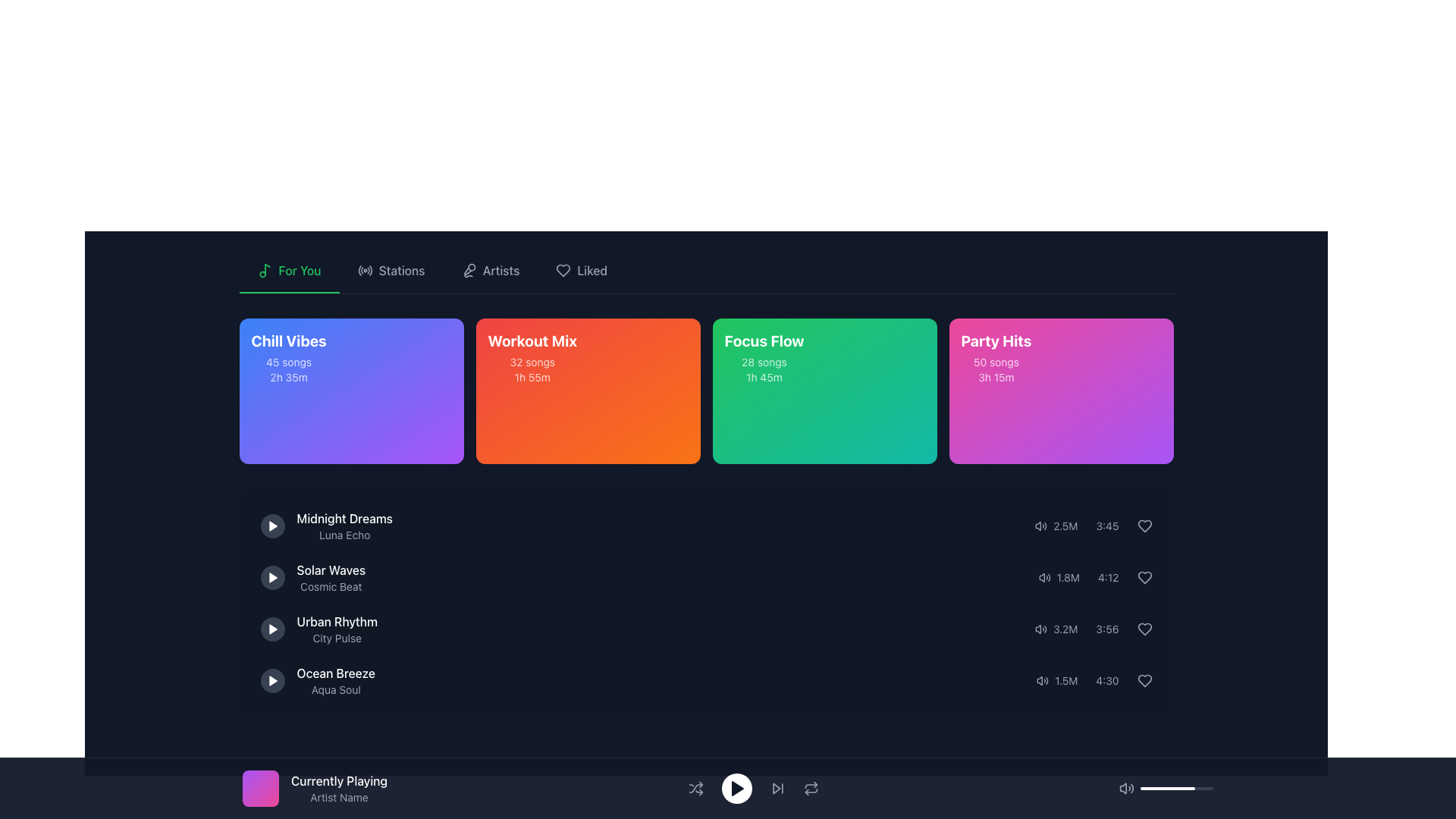 The height and width of the screenshot is (819, 1456). I want to click on slider value, so click(1183, 788).